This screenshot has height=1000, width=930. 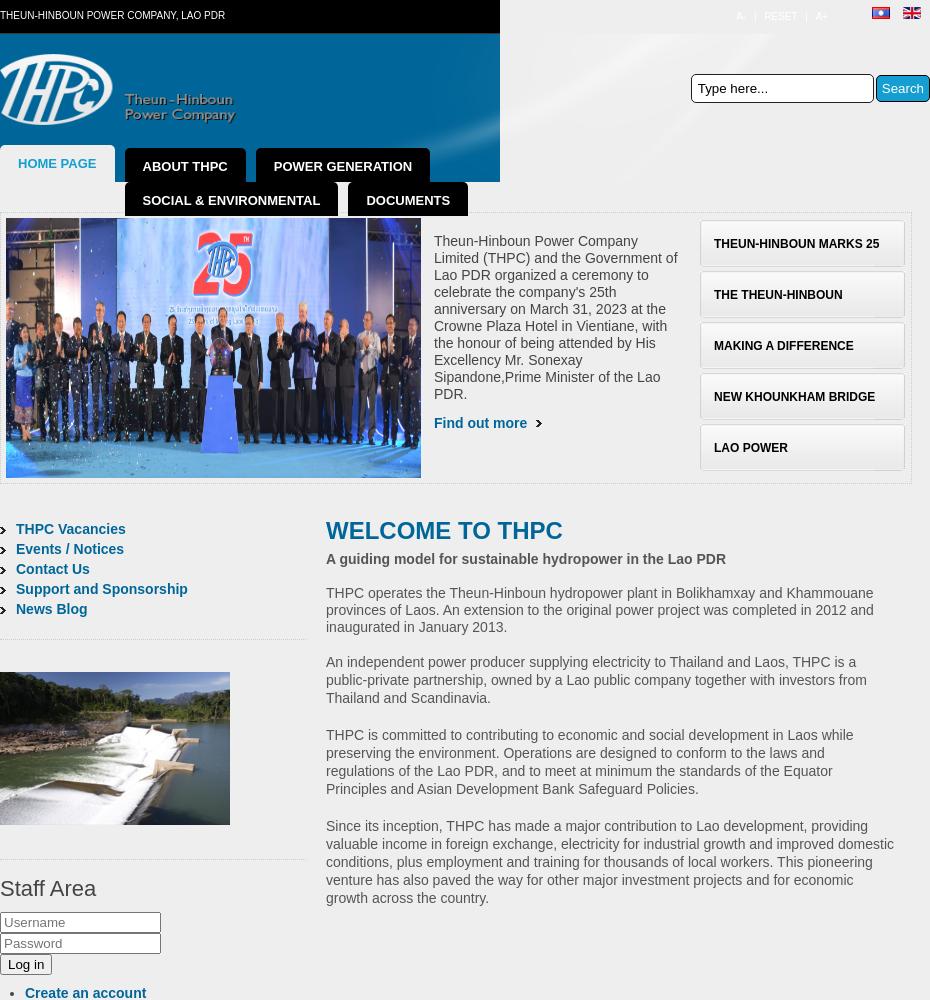 I want to click on 'Since its inception, THPC has made a major contribution to Lao development, providing valuable income in foreign exchange, electricity for industrial growth and improved domestic conditions, plus employment and training for thousands of local workers. This pioneering venture has also paved the way for other major investment projects and for economic growth across the country.', so click(x=609, y=860).